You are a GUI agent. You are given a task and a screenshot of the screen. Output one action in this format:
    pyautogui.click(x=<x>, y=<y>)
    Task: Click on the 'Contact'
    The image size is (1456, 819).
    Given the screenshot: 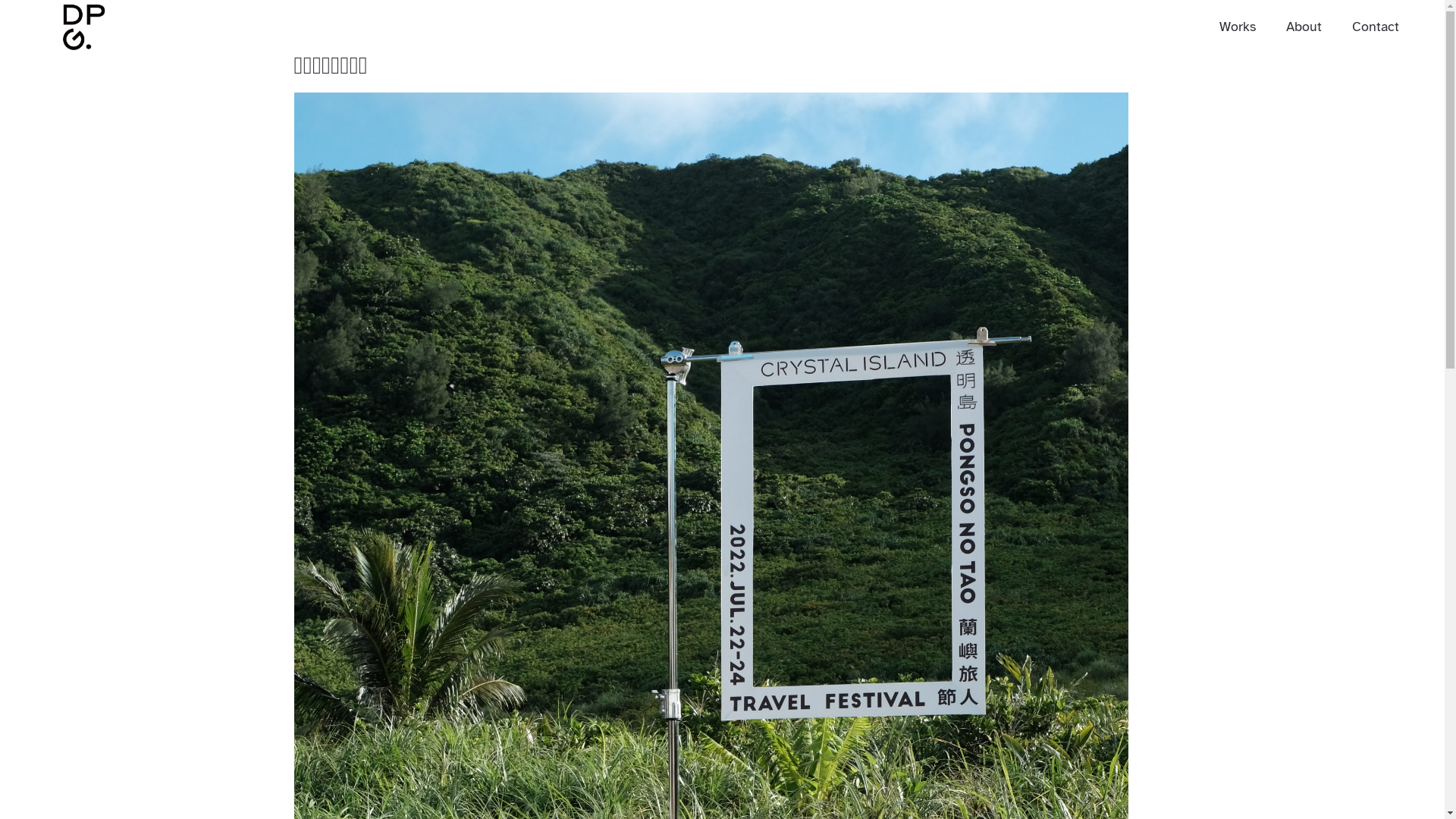 What is the action you would take?
    pyautogui.click(x=1376, y=26)
    